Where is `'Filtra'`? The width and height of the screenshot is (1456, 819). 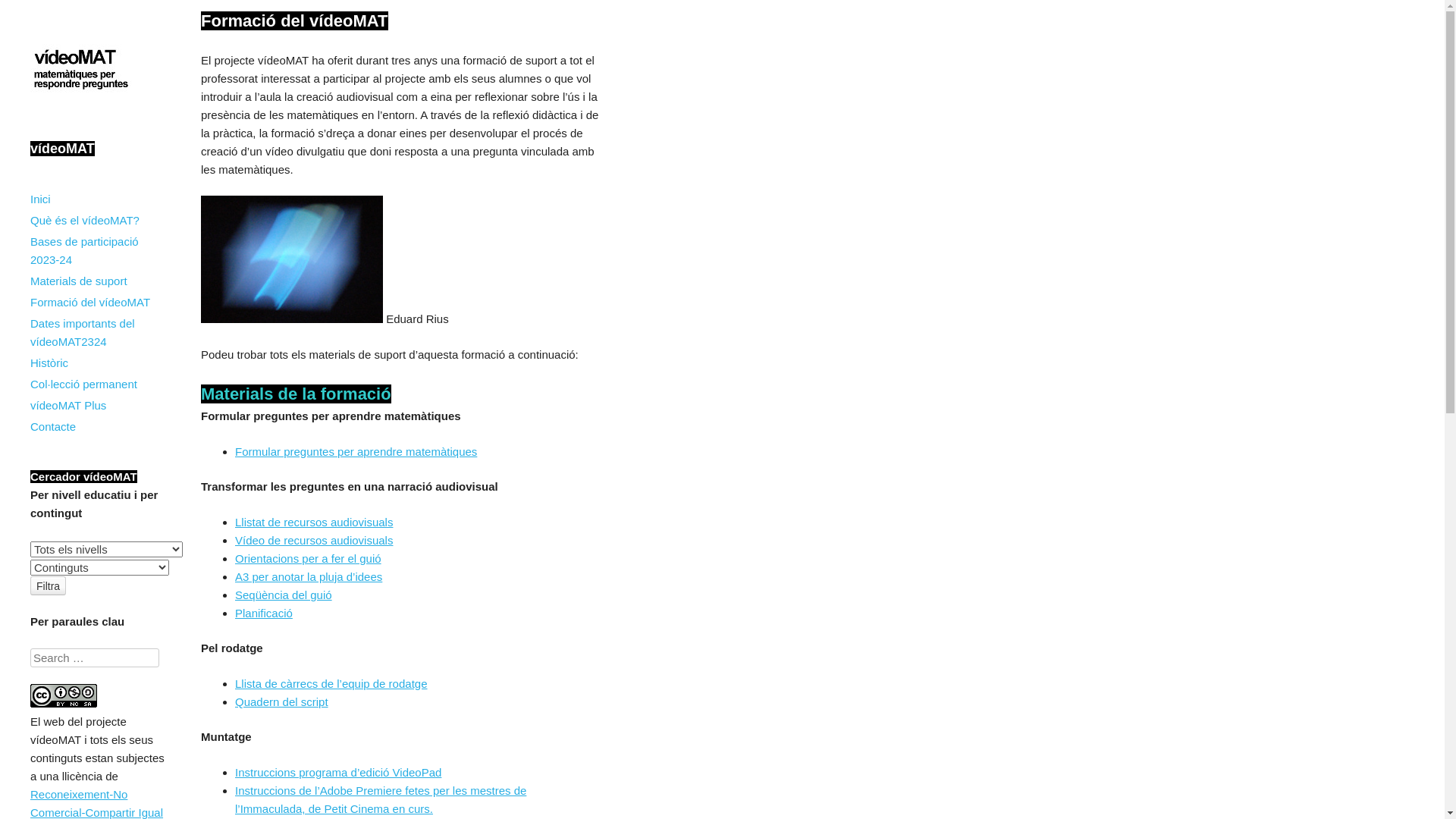 'Filtra' is located at coordinates (48, 585).